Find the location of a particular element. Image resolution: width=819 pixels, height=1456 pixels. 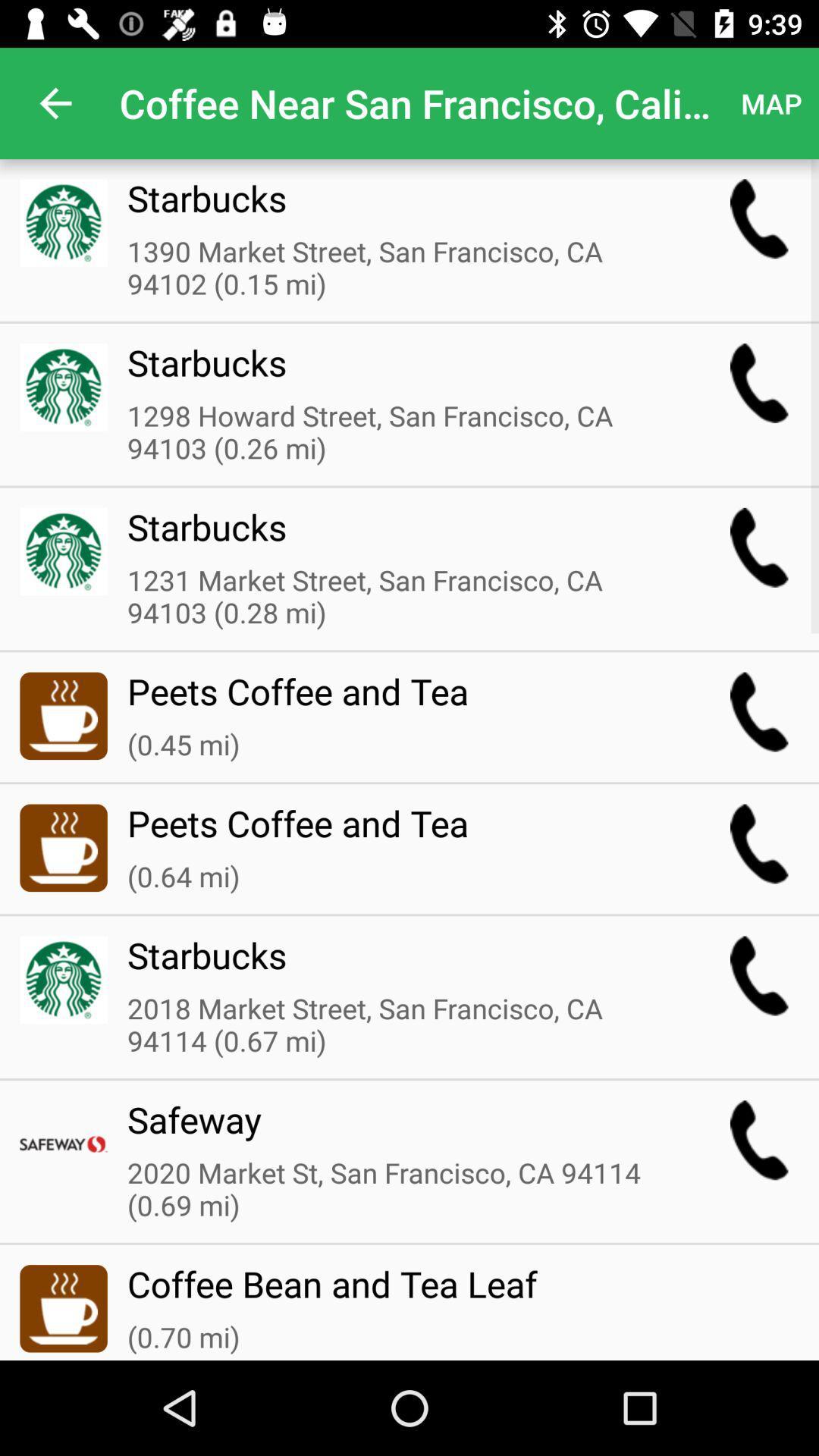

the icon to the right of coffee near san icon is located at coordinates (771, 102).